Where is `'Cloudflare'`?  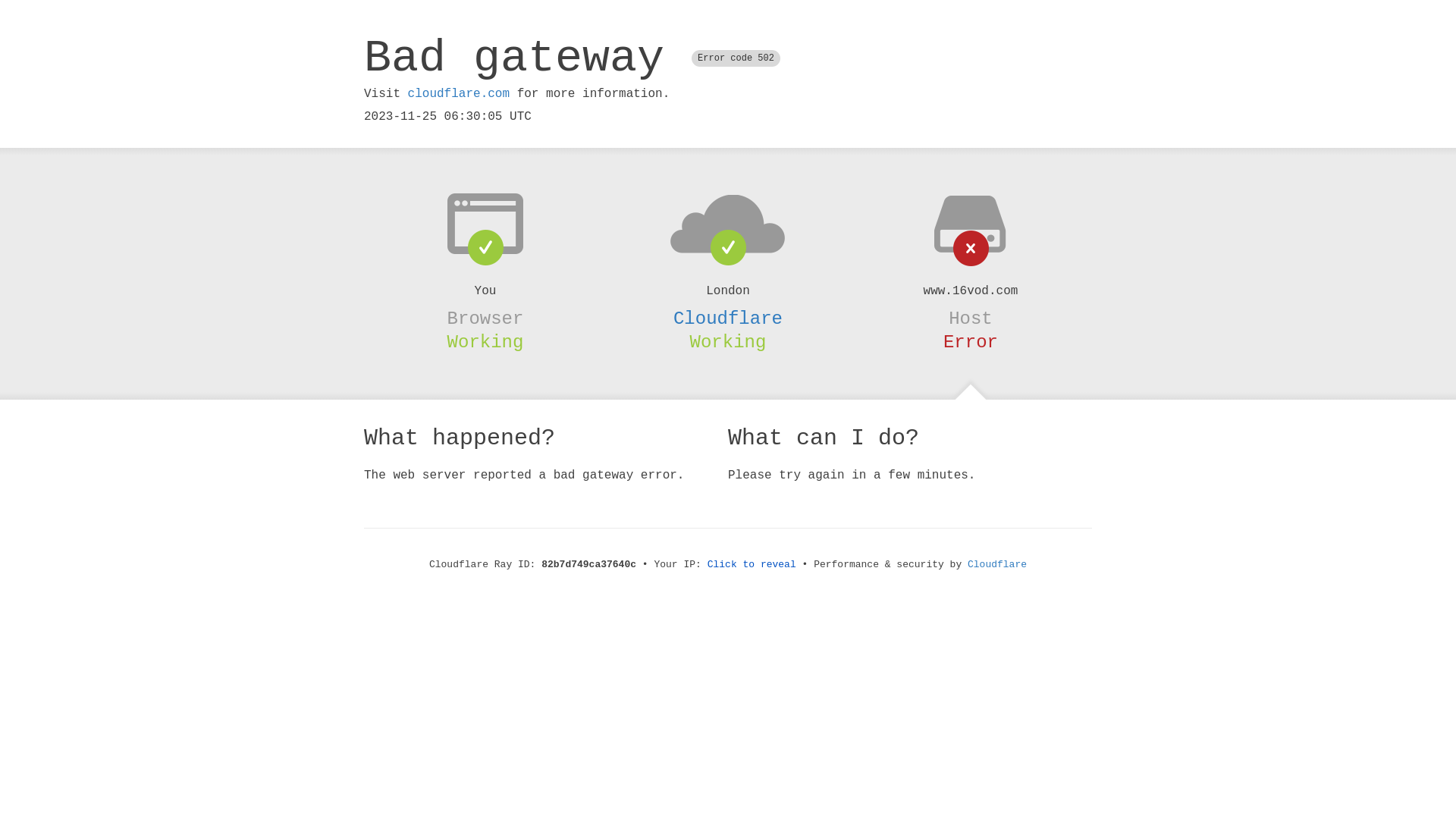
'Cloudflare' is located at coordinates (967, 564).